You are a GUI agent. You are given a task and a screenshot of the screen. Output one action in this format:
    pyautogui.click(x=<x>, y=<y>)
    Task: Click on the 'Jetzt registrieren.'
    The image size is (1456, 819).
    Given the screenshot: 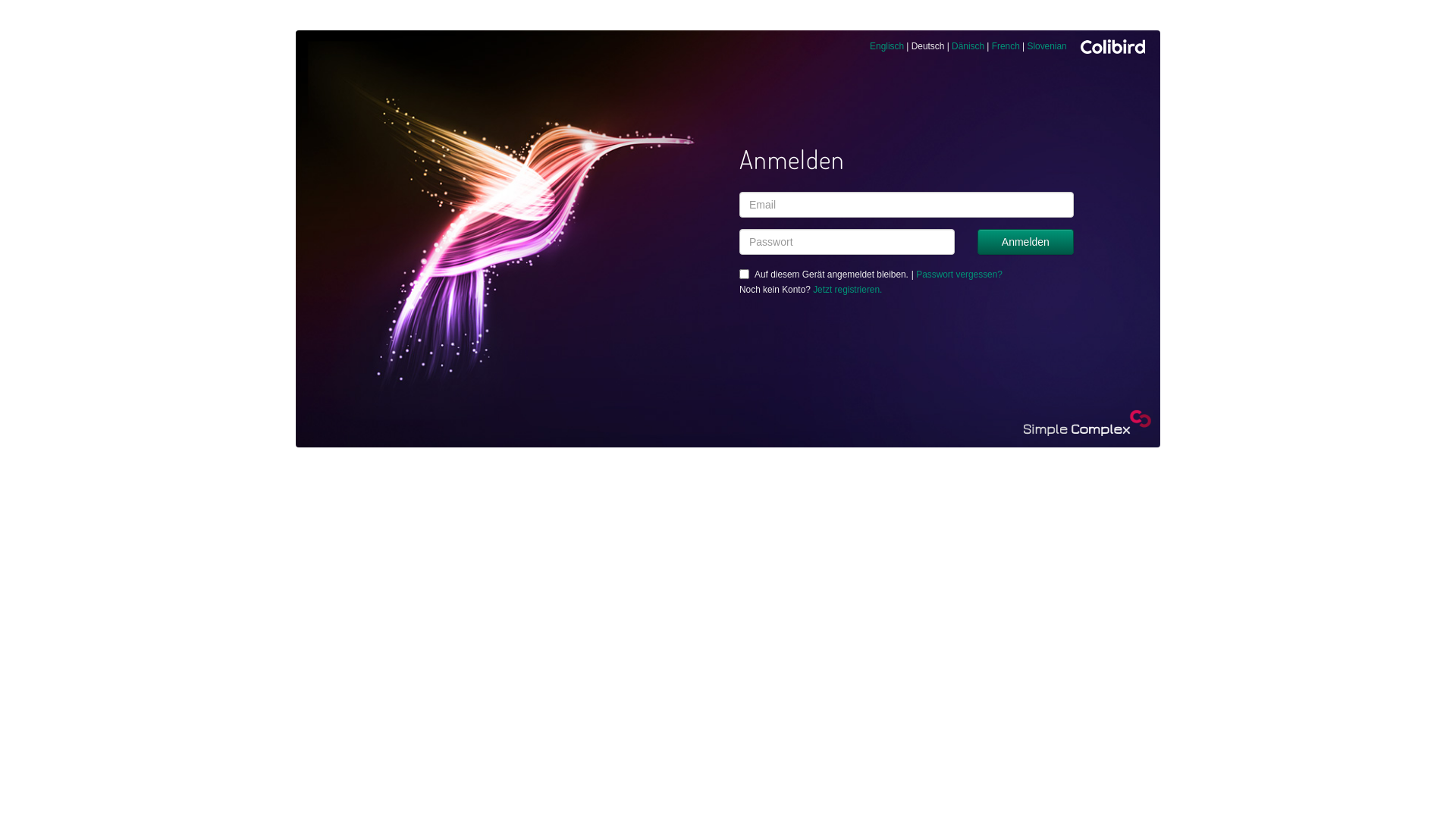 What is the action you would take?
    pyautogui.click(x=846, y=289)
    